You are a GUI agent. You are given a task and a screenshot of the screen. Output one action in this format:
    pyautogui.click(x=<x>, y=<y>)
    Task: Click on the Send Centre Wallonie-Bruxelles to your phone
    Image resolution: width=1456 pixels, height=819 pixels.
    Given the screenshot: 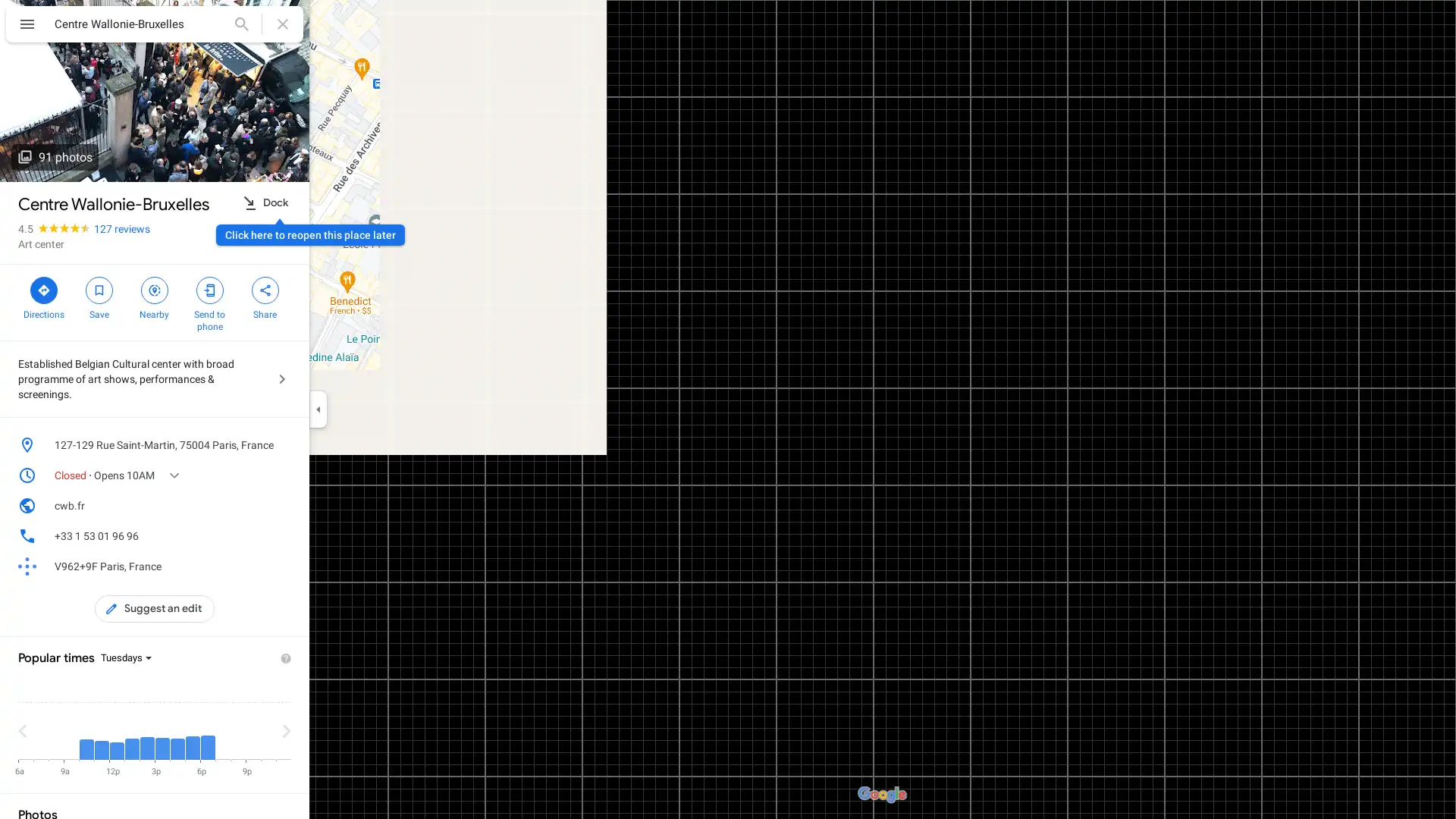 What is the action you would take?
    pyautogui.click(x=209, y=302)
    